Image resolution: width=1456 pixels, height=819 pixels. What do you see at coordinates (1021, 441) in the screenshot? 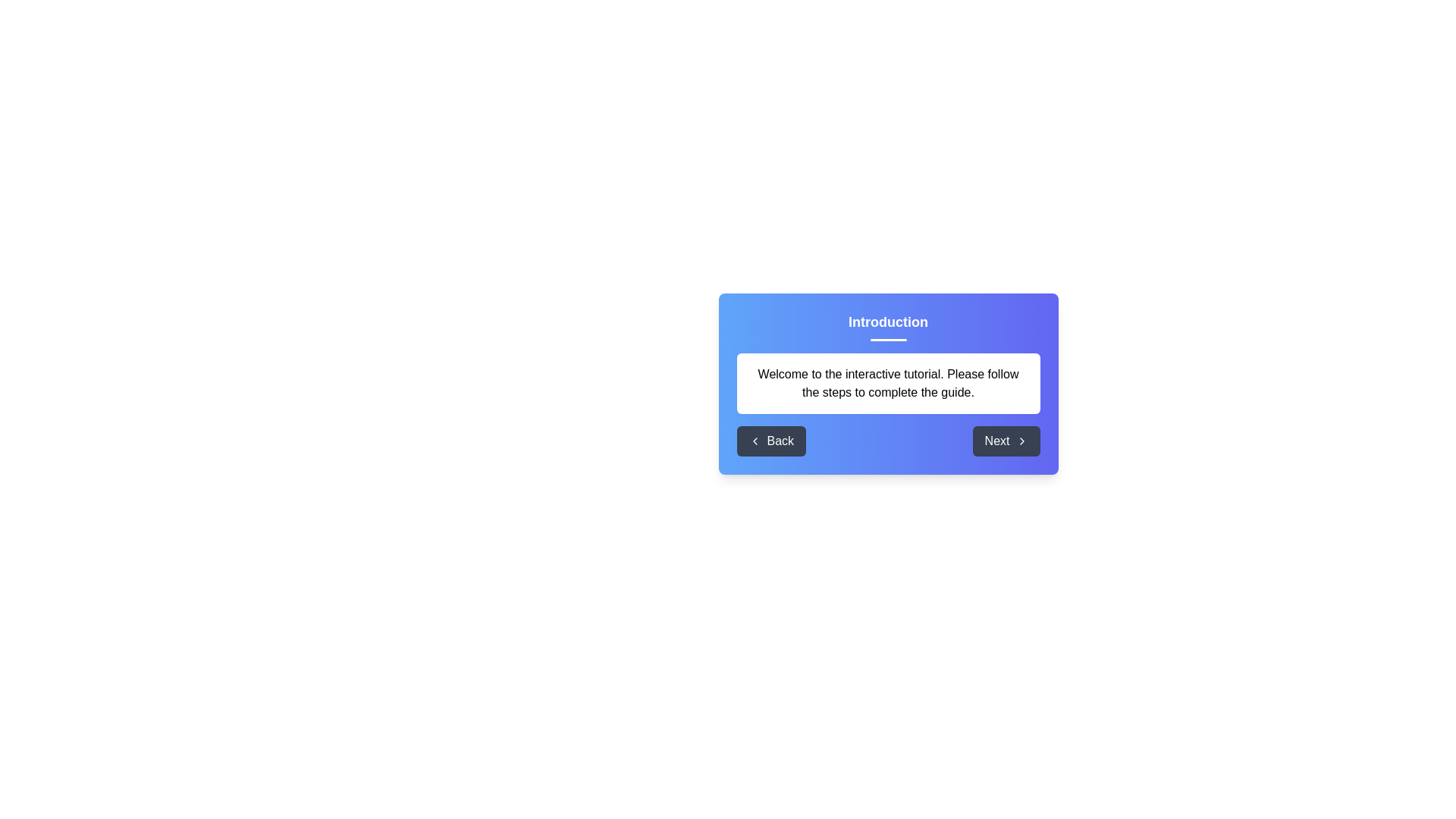
I see `the 'Next' button located in the bottom right of the dialog box, which contains the chevron icon indicating progression` at bounding box center [1021, 441].